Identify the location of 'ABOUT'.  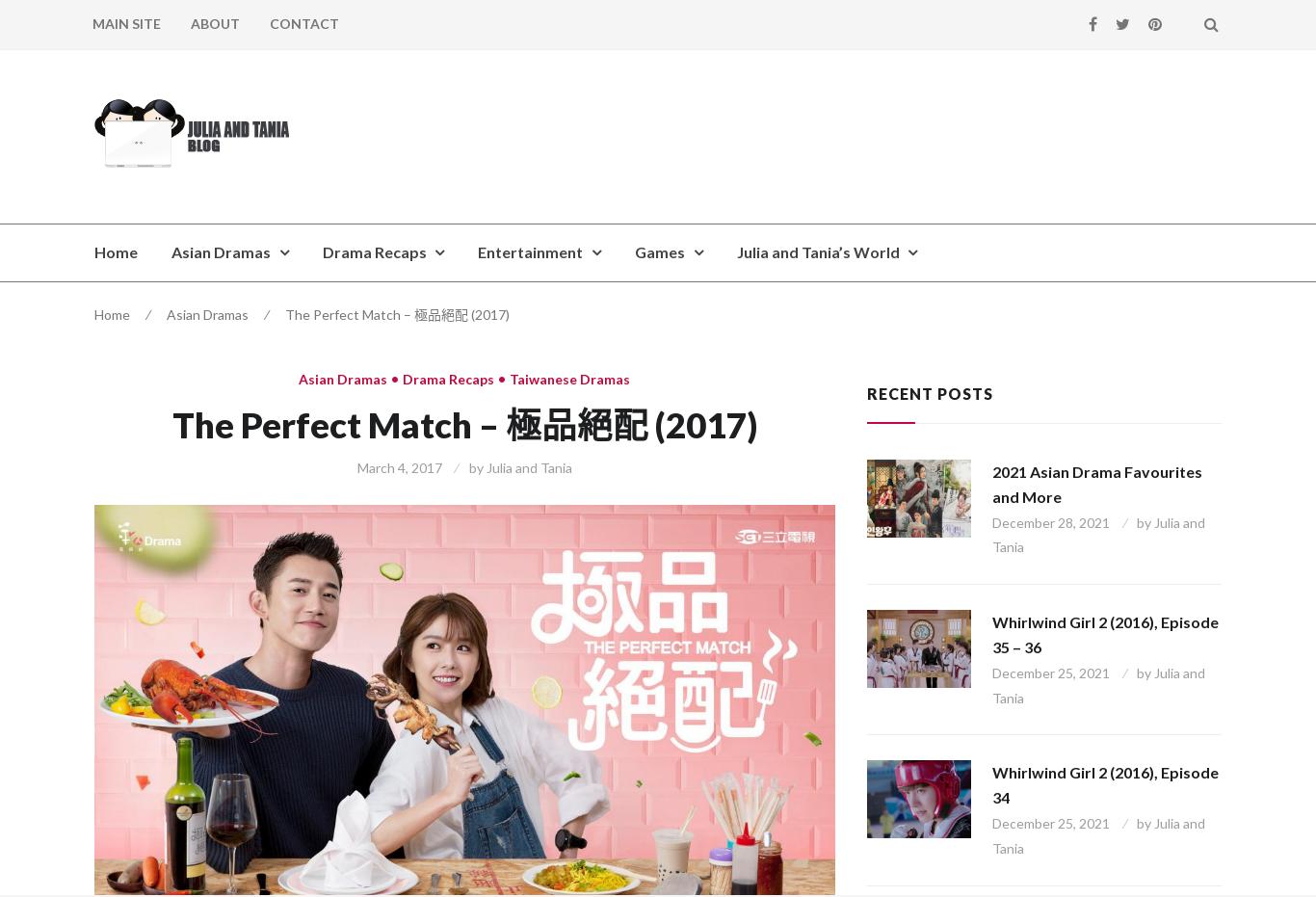
(214, 22).